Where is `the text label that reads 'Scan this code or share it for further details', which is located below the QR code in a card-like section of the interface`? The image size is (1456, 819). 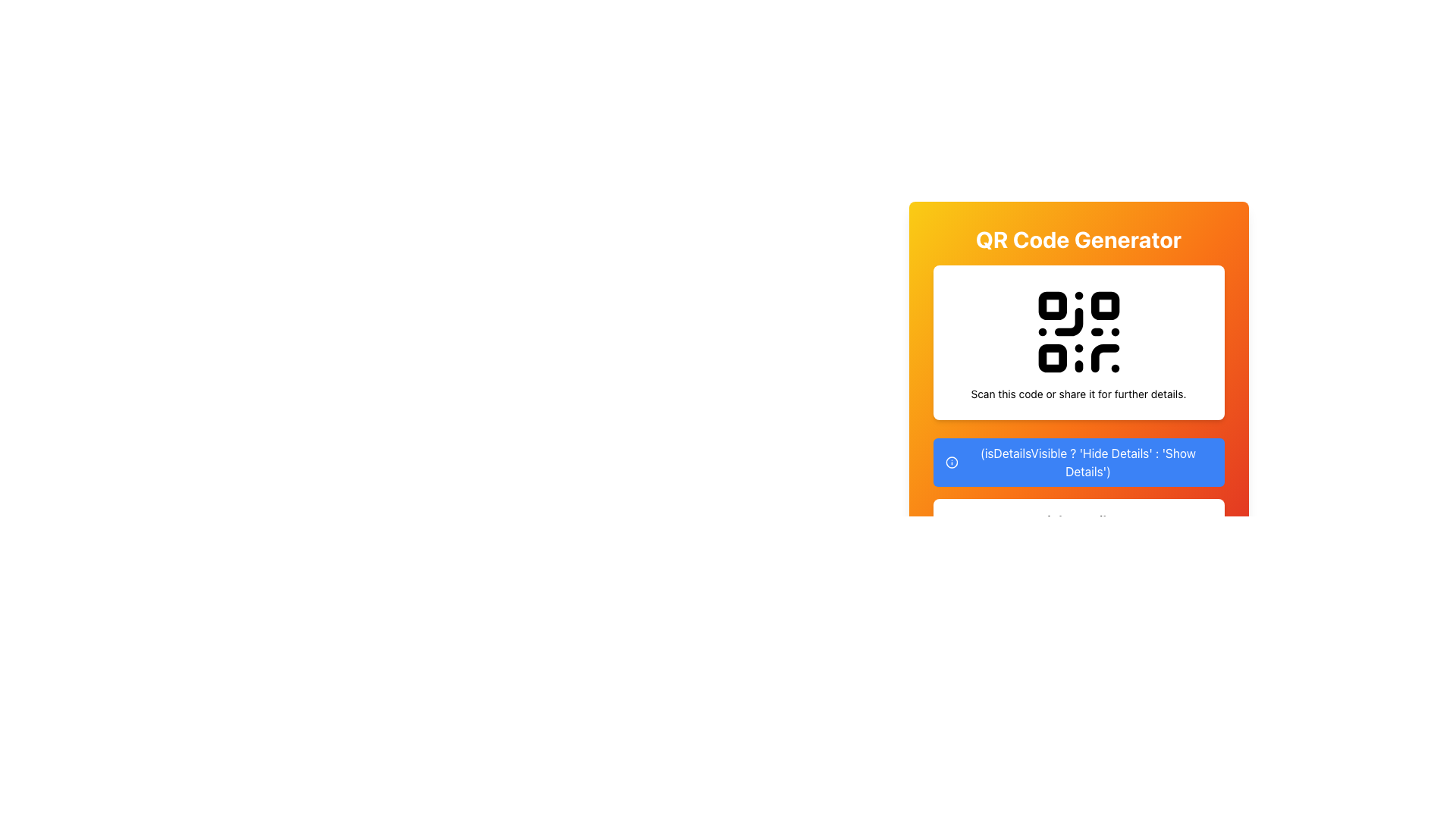
the text label that reads 'Scan this code or share it for further details', which is located below the QR code in a card-like section of the interface is located at coordinates (1078, 394).